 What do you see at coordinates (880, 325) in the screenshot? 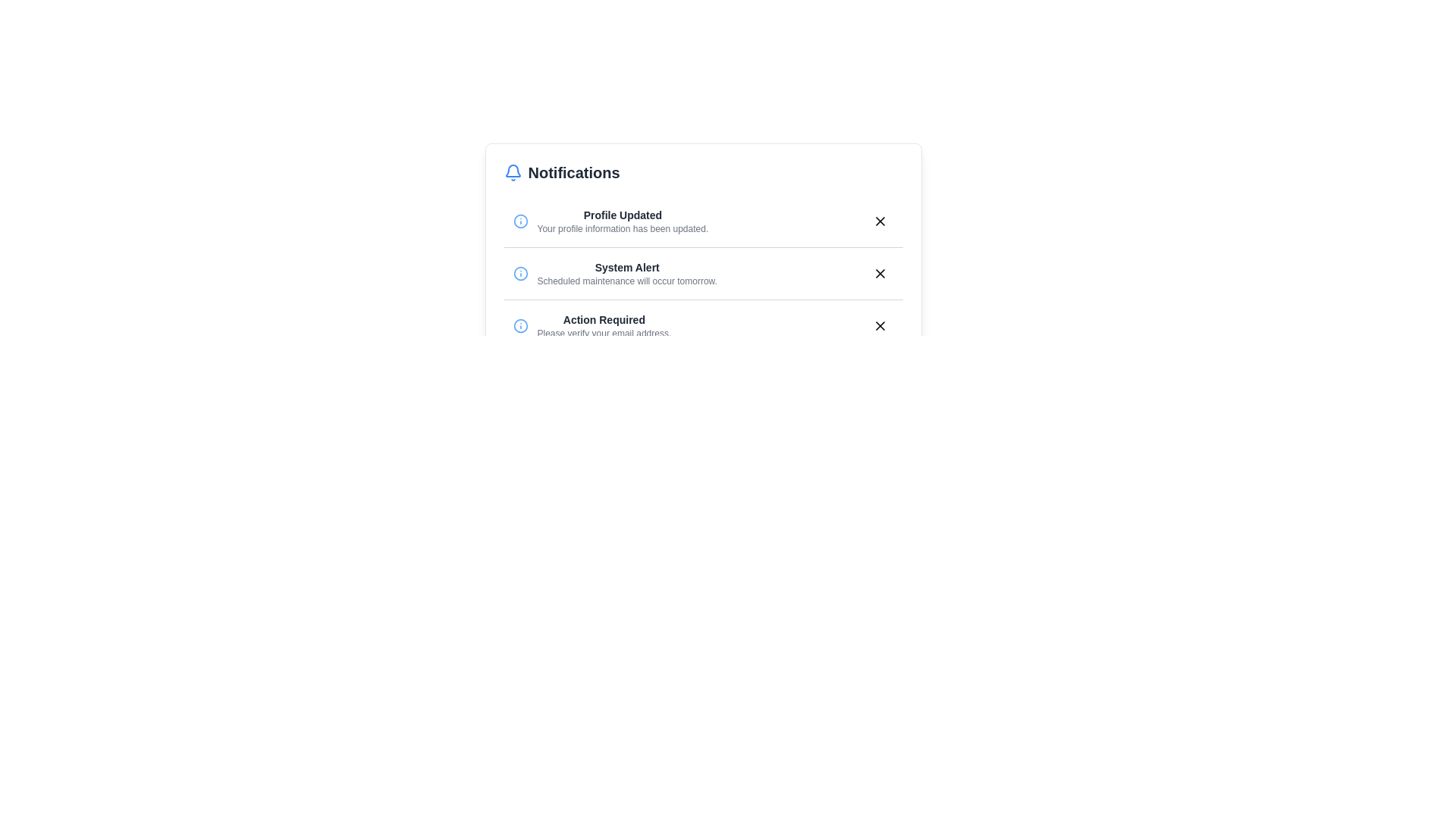
I see `the Close Icon button located in the top-right corner of the notification that reads 'Action Required Please verify your email address.'` at bounding box center [880, 325].